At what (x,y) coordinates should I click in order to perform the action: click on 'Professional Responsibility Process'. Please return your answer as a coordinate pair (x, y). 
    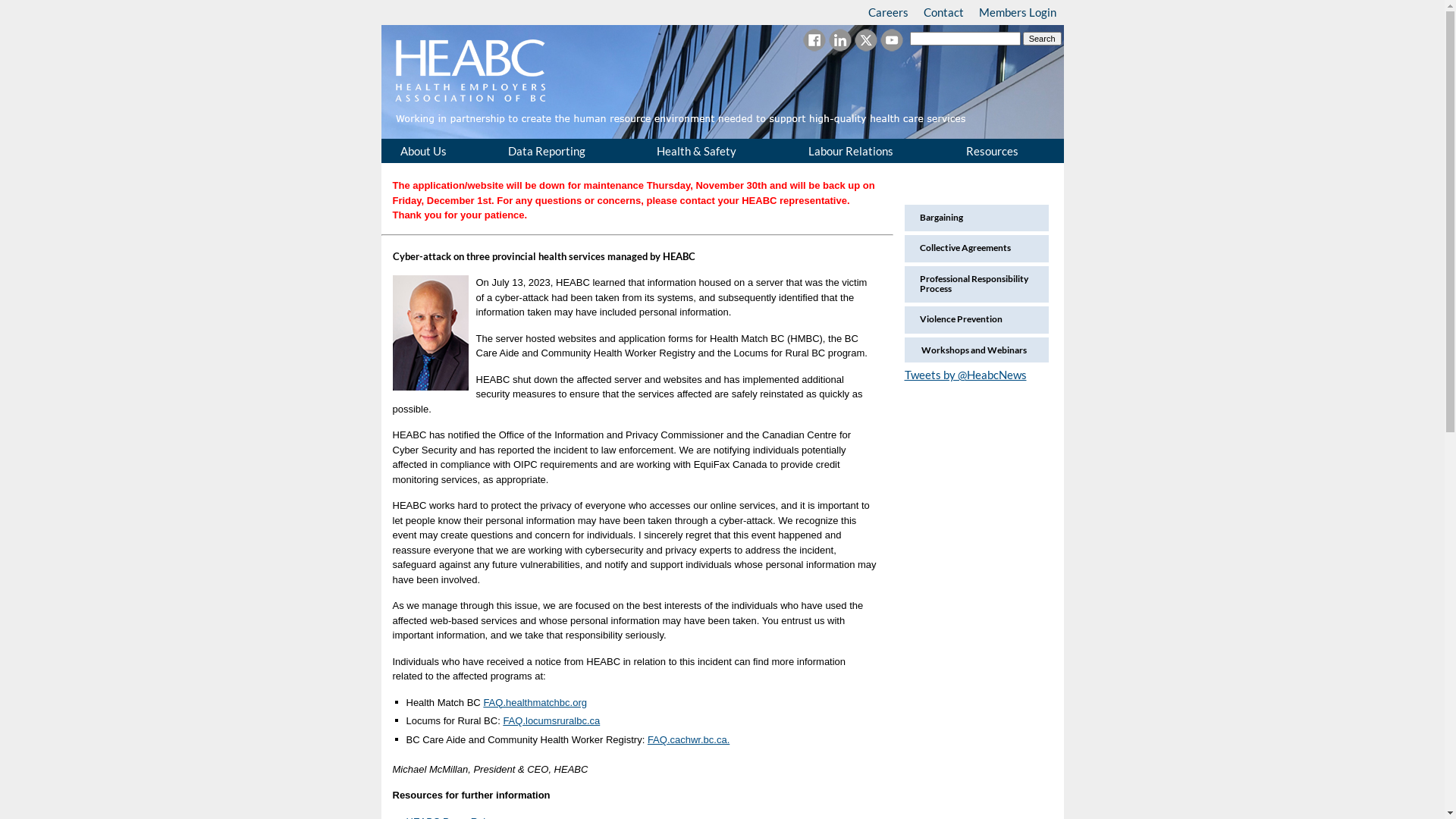
    Looking at the image, I should click on (975, 297).